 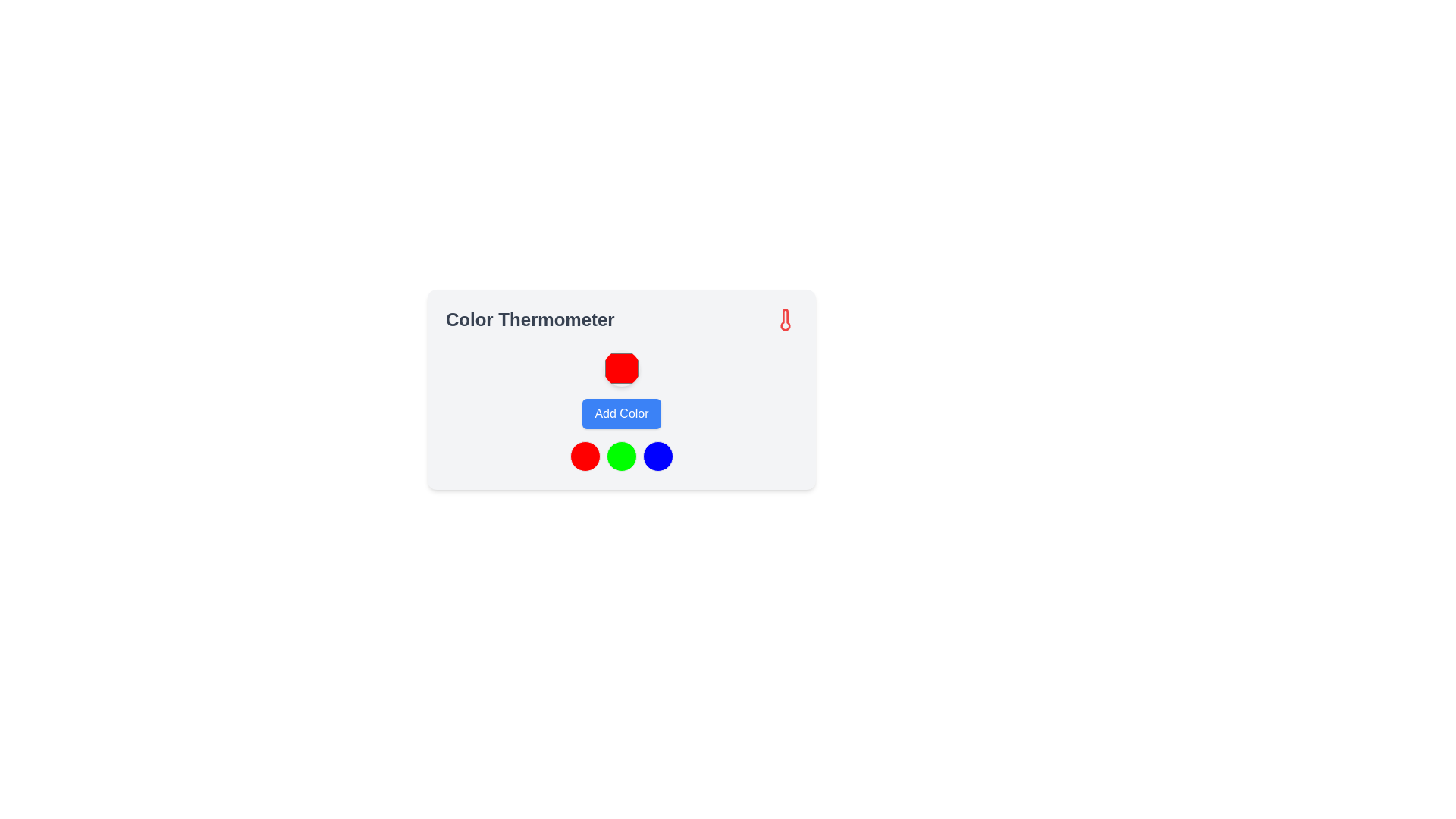 I want to click on the thermometer icon located at the top-right corner of the interface, so click(x=786, y=318).